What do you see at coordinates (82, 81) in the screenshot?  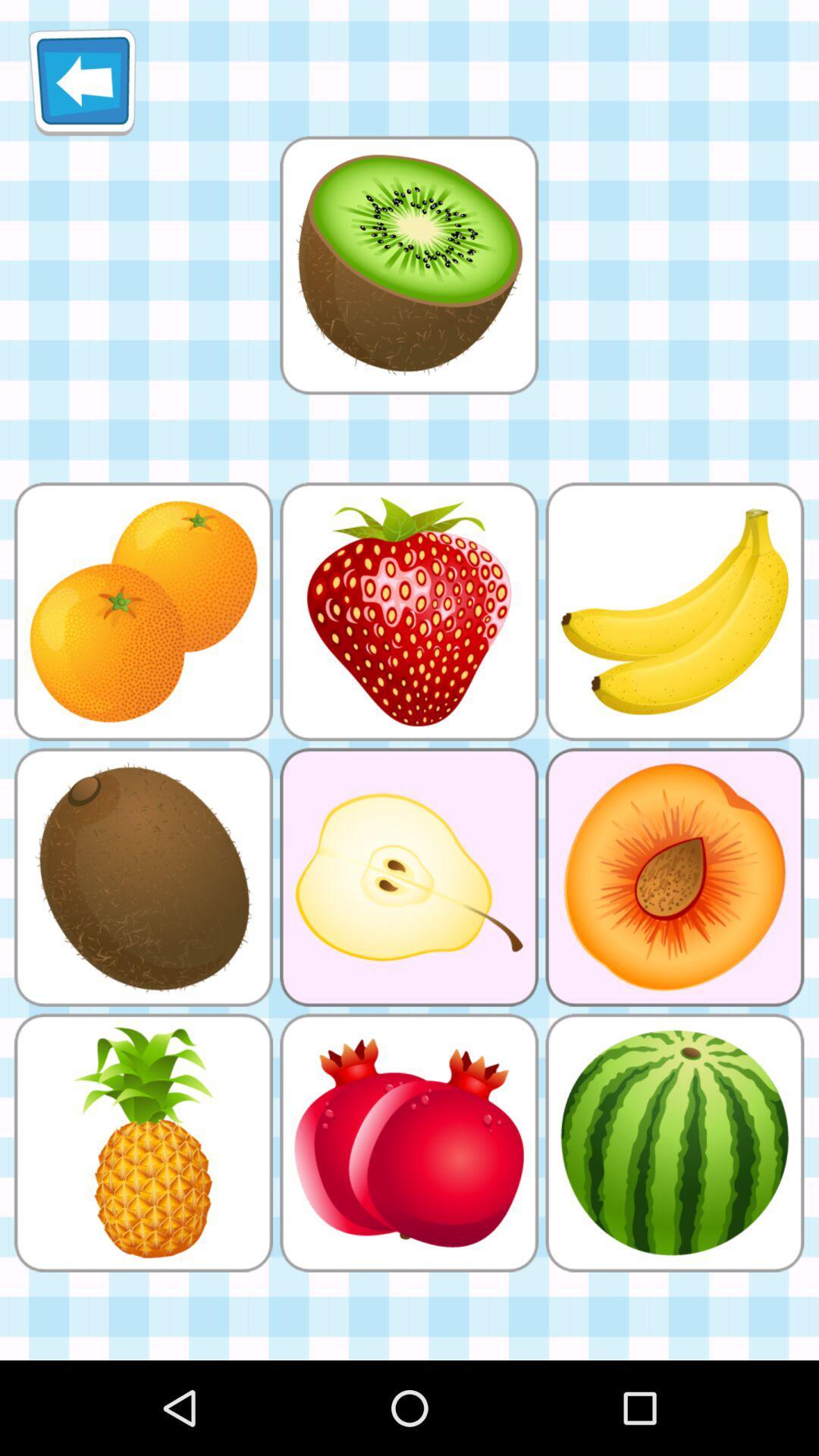 I see `go back` at bounding box center [82, 81].